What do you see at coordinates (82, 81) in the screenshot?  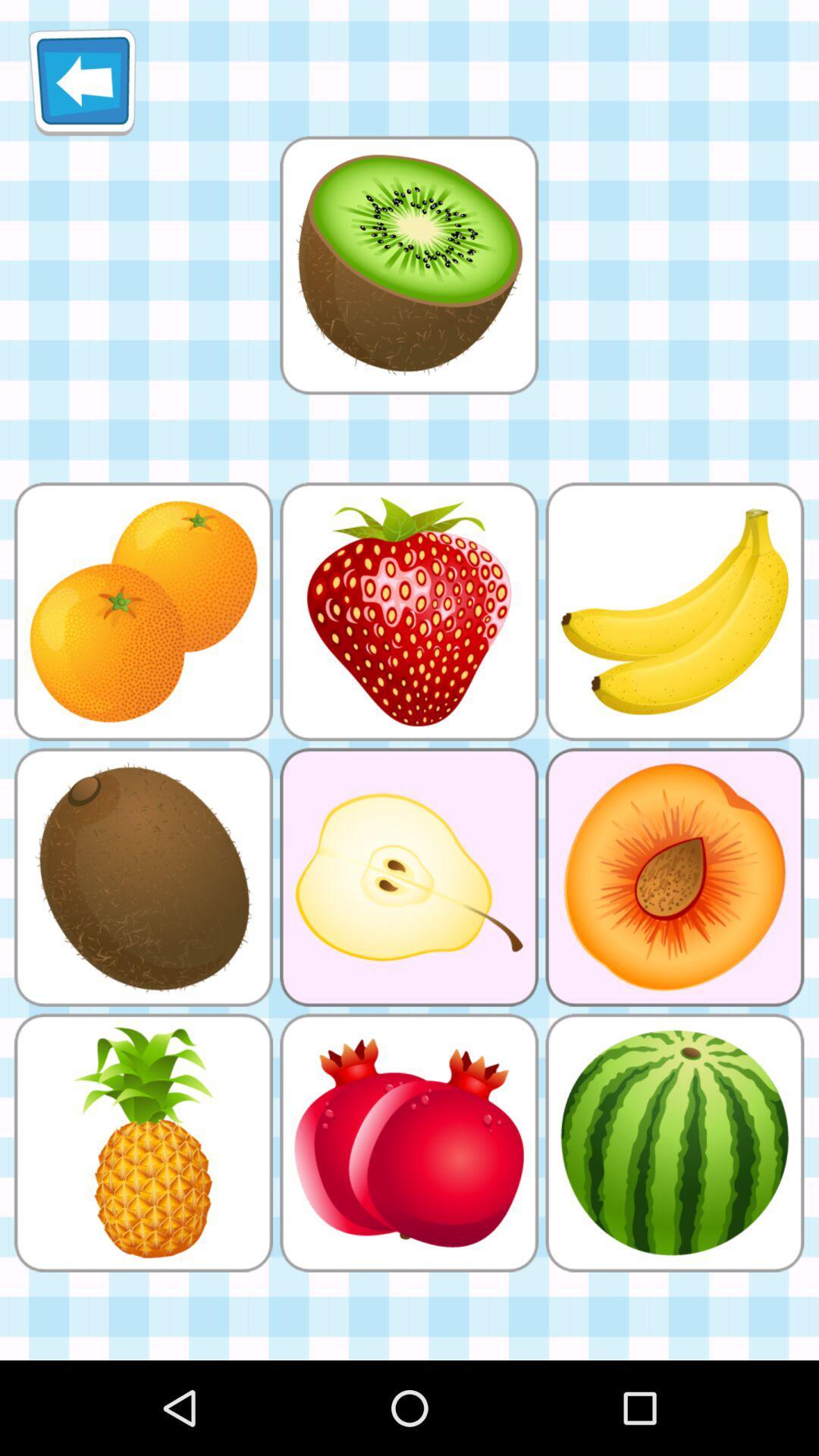 I see `go back` at bounding box center [82, 81].